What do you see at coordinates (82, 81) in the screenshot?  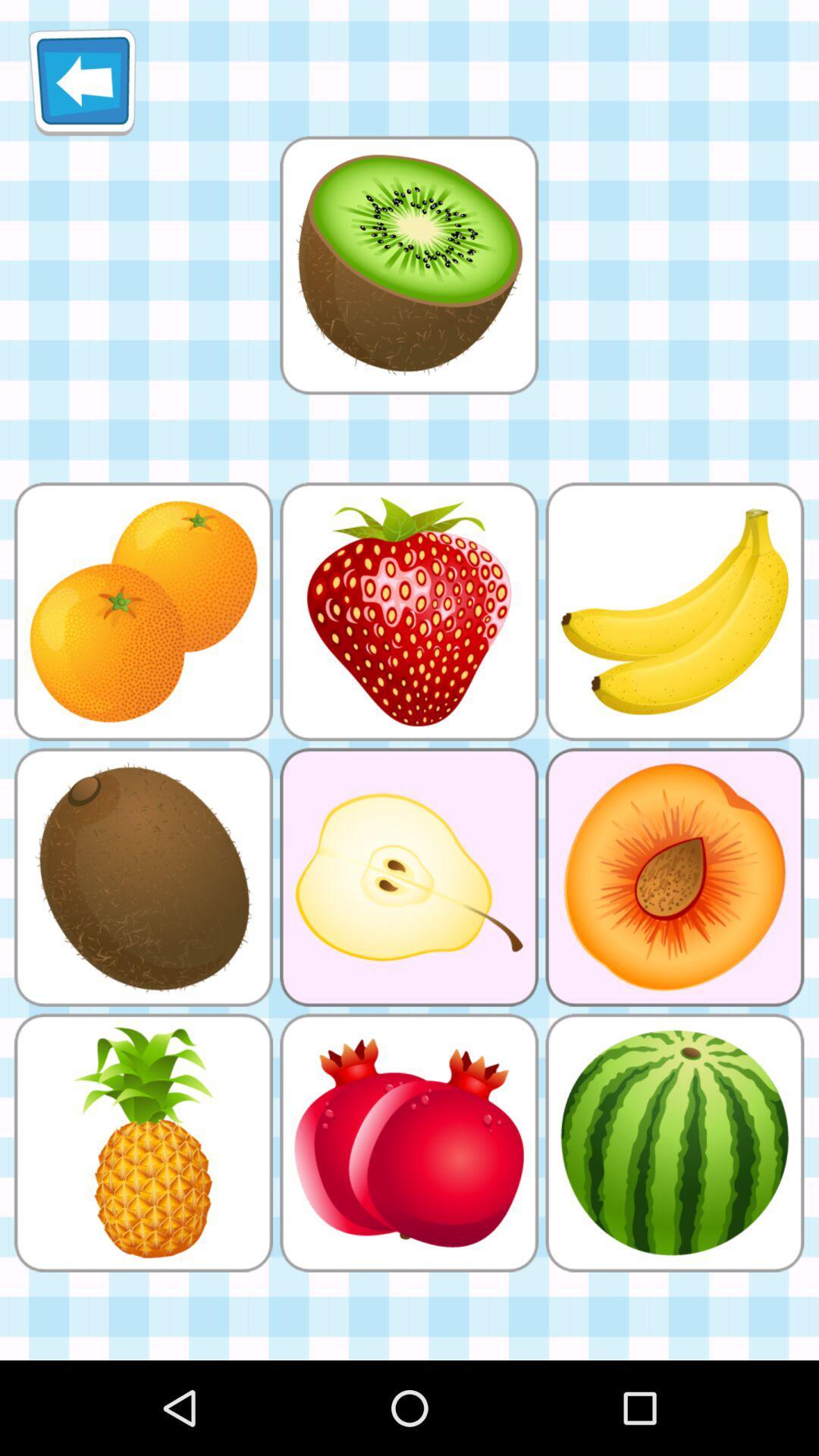 I see `go back` at bounding box center [82, 81].